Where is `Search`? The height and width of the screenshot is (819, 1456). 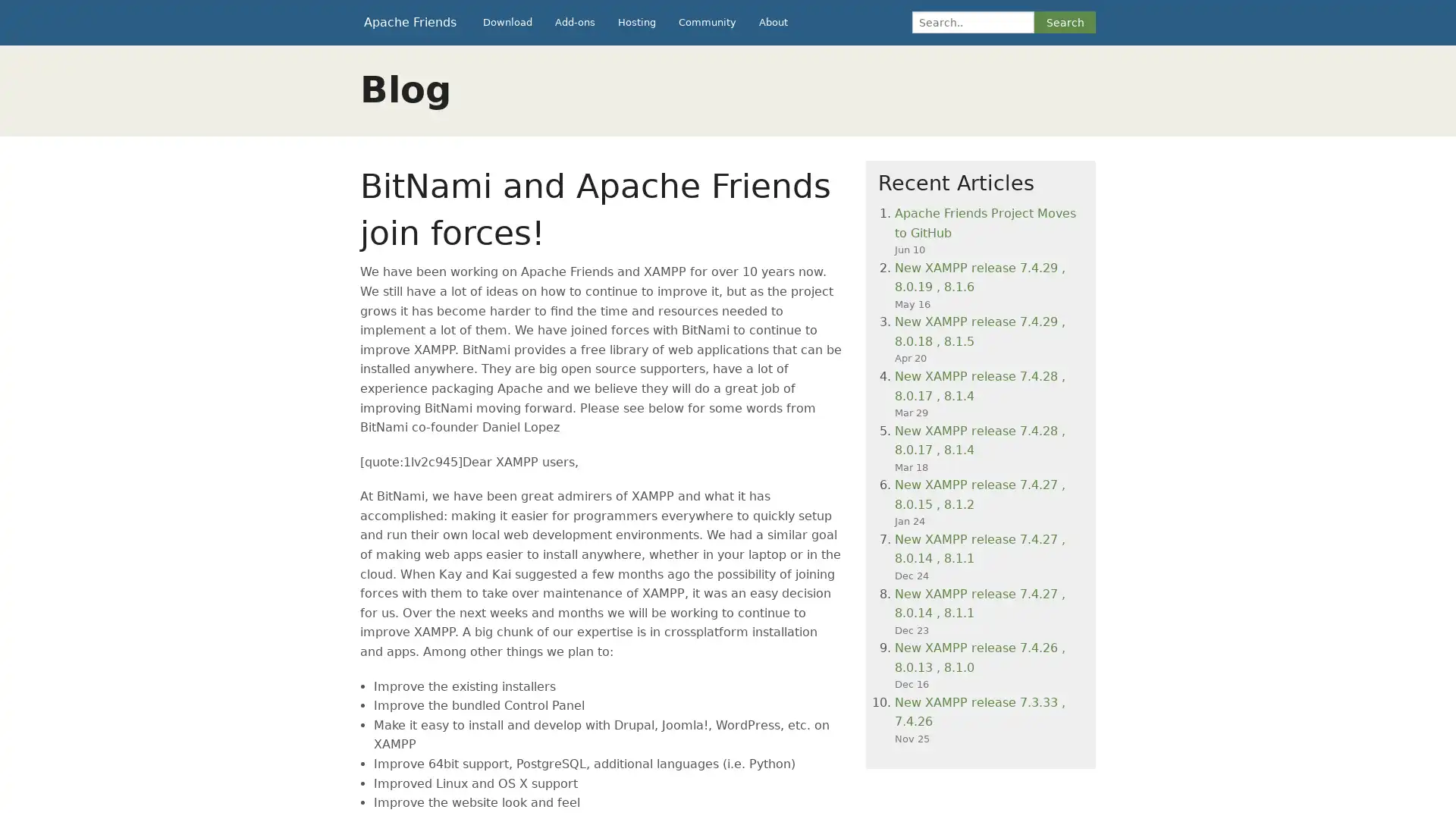
Search is located at coordinates (1064, 22).